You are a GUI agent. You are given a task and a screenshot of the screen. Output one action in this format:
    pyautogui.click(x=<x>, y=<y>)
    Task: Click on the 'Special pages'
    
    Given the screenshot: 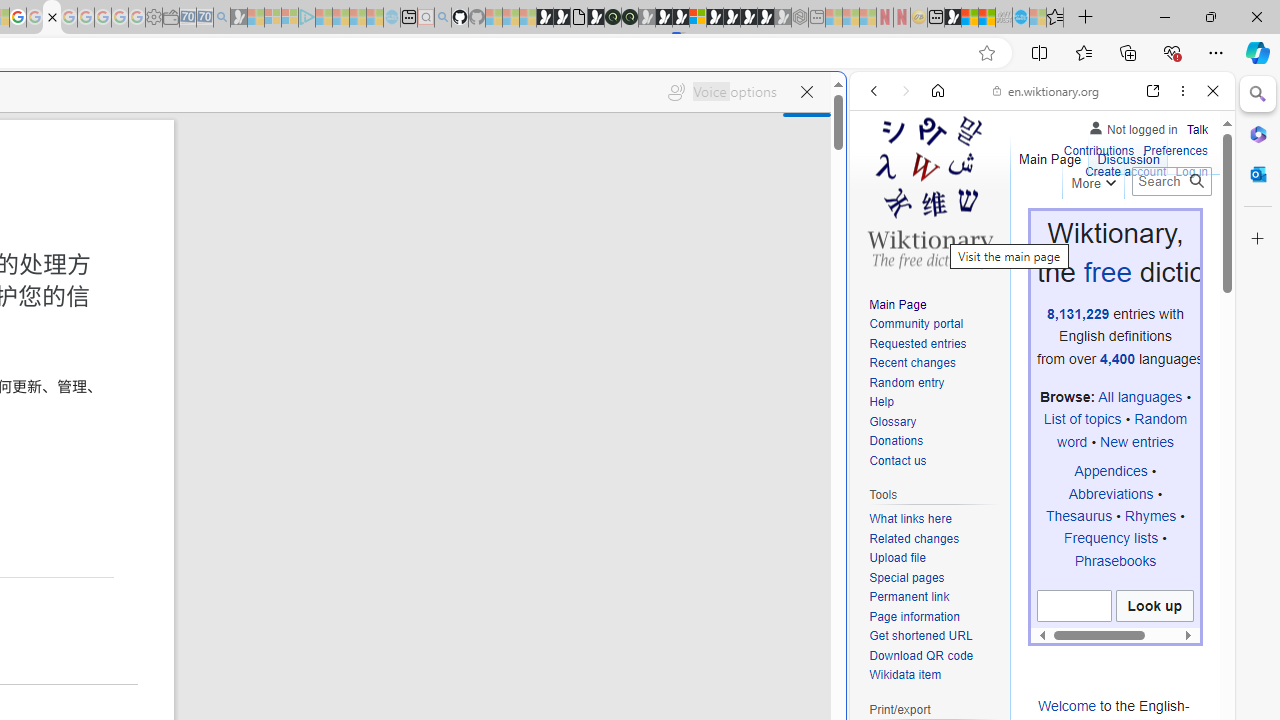 What is the action you would take?
    pyautogui.click(x=905, y=577)
    